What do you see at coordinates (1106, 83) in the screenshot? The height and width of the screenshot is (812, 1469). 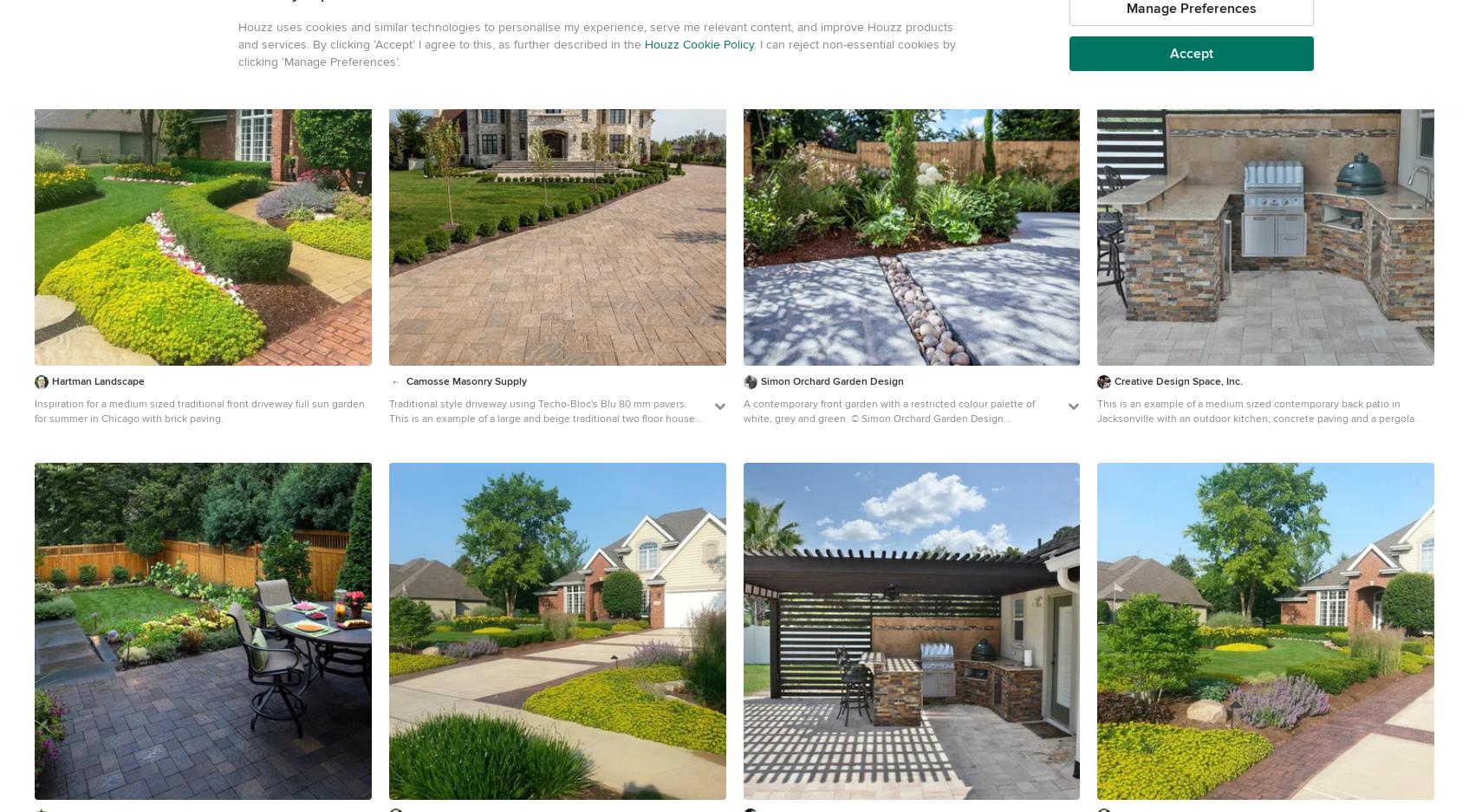 I see `'2023 Houzz Inc.'` at bounding box center [1106, 83].